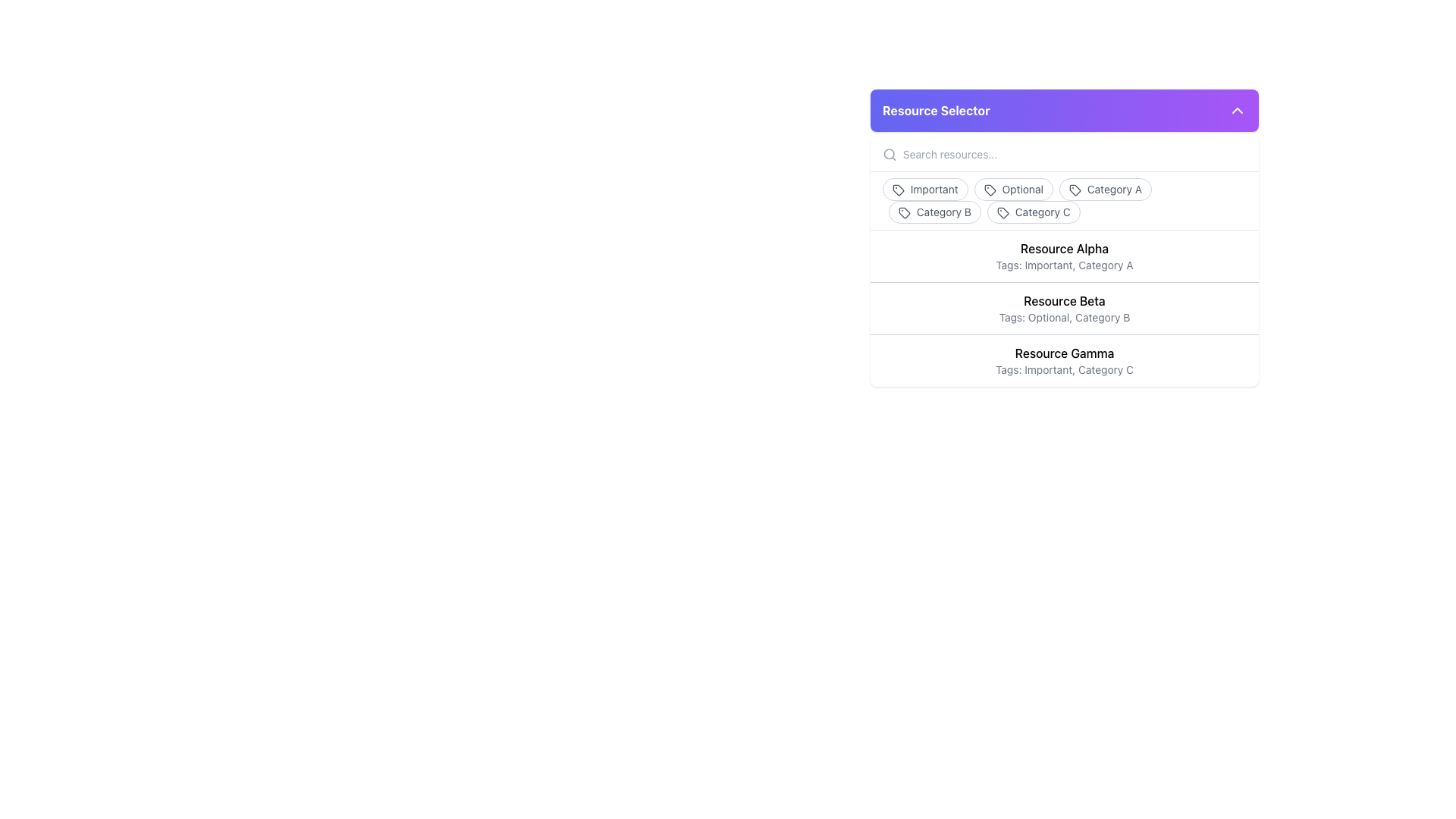 The width and height of the screenshot is (1456, 819). I want to click on the 'Important' tag, which is a pill-shaped tag with a white background and grey text, so click(924, 189).